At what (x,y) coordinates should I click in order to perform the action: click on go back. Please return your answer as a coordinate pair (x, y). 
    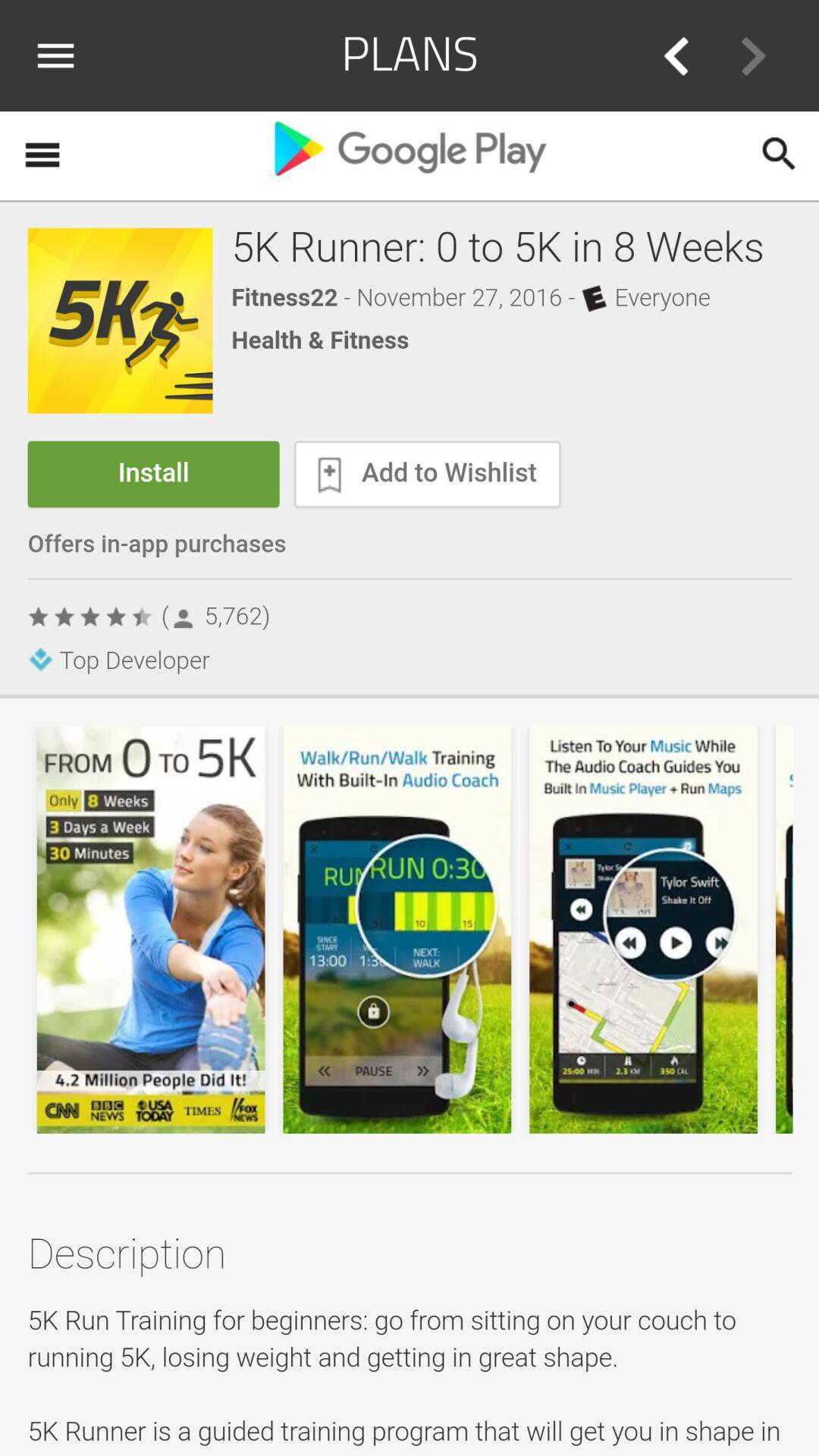
    Looking at the image, I should click on (675, 55).